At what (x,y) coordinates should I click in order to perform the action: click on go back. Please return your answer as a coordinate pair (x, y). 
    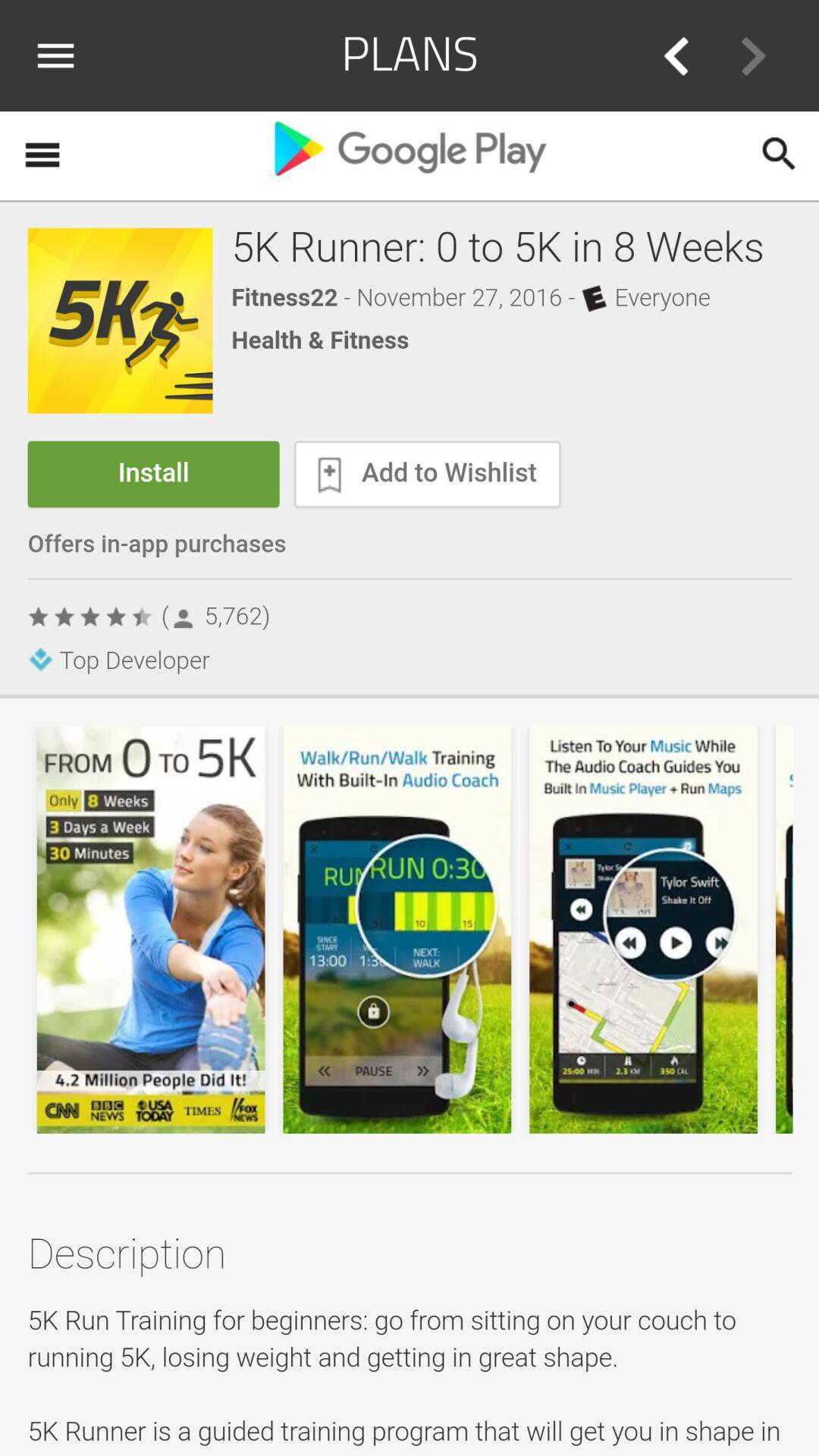
    Looking at the image, I should click on (675, 55).